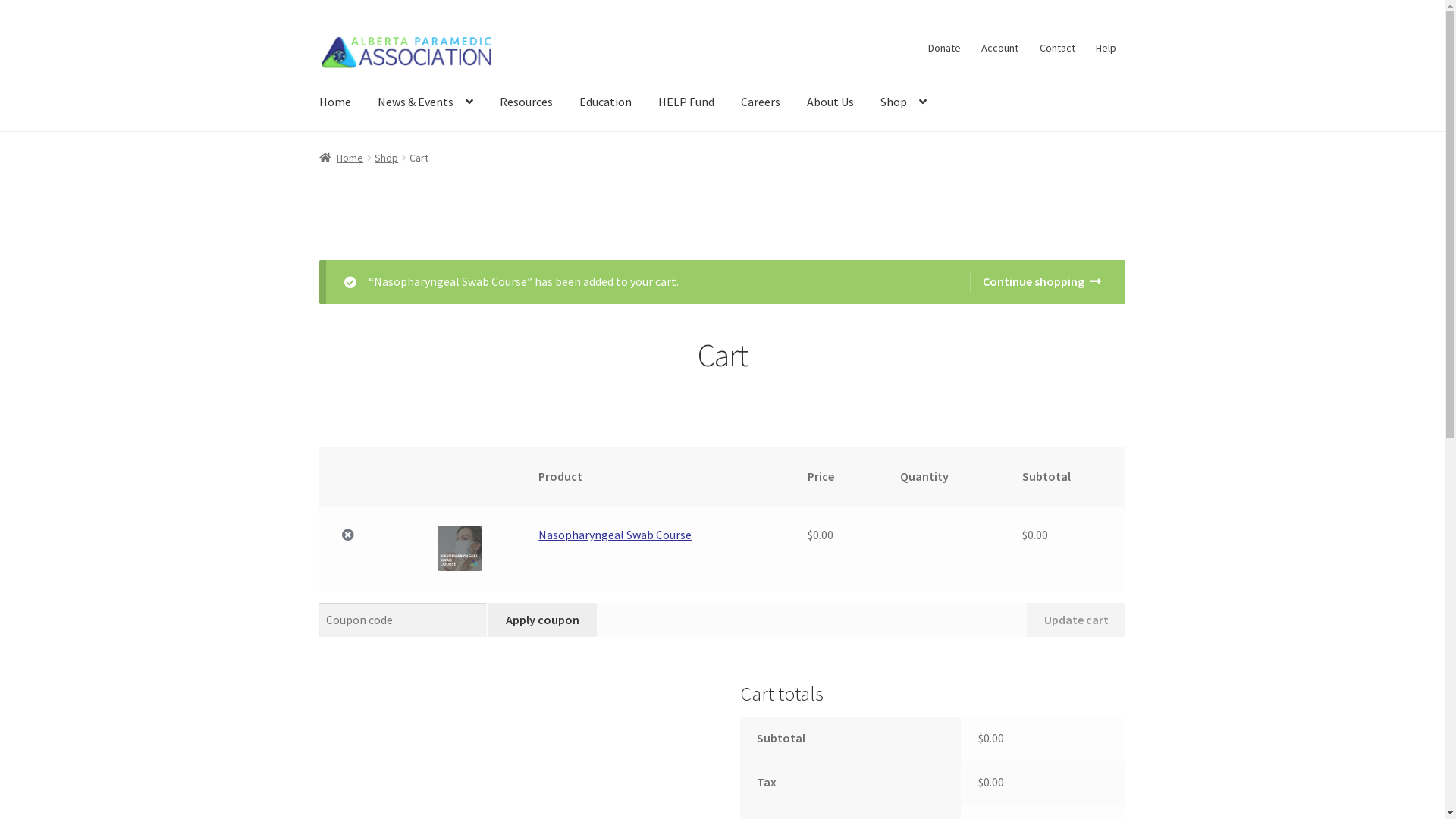  I want to click on 'Help', so click(1086, 46).